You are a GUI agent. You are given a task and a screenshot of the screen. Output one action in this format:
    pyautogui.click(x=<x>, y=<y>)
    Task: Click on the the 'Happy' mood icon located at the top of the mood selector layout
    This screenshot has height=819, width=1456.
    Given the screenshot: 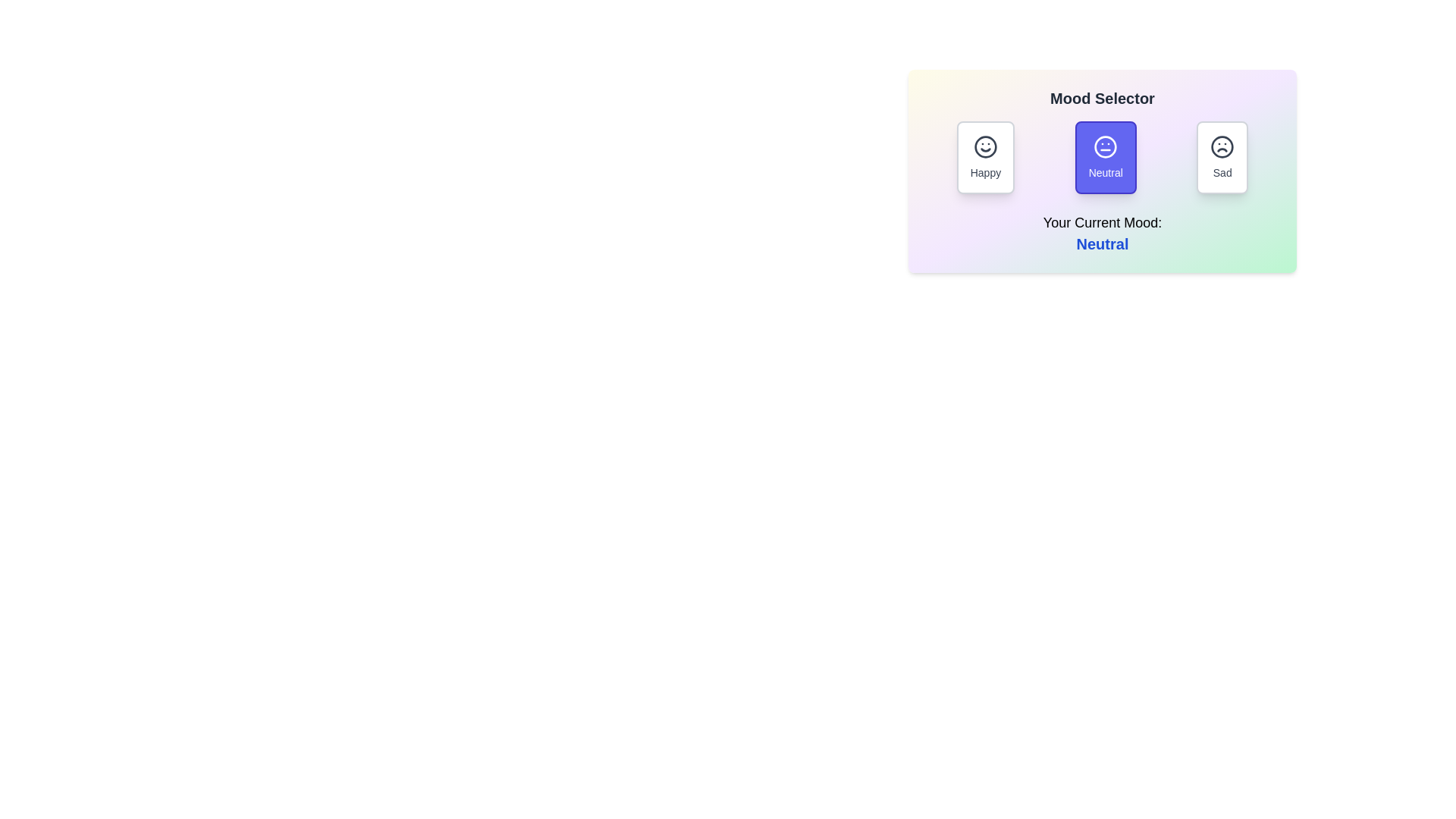 What is the action you would take?
    pyautogui.click(x=986, y=146)
    